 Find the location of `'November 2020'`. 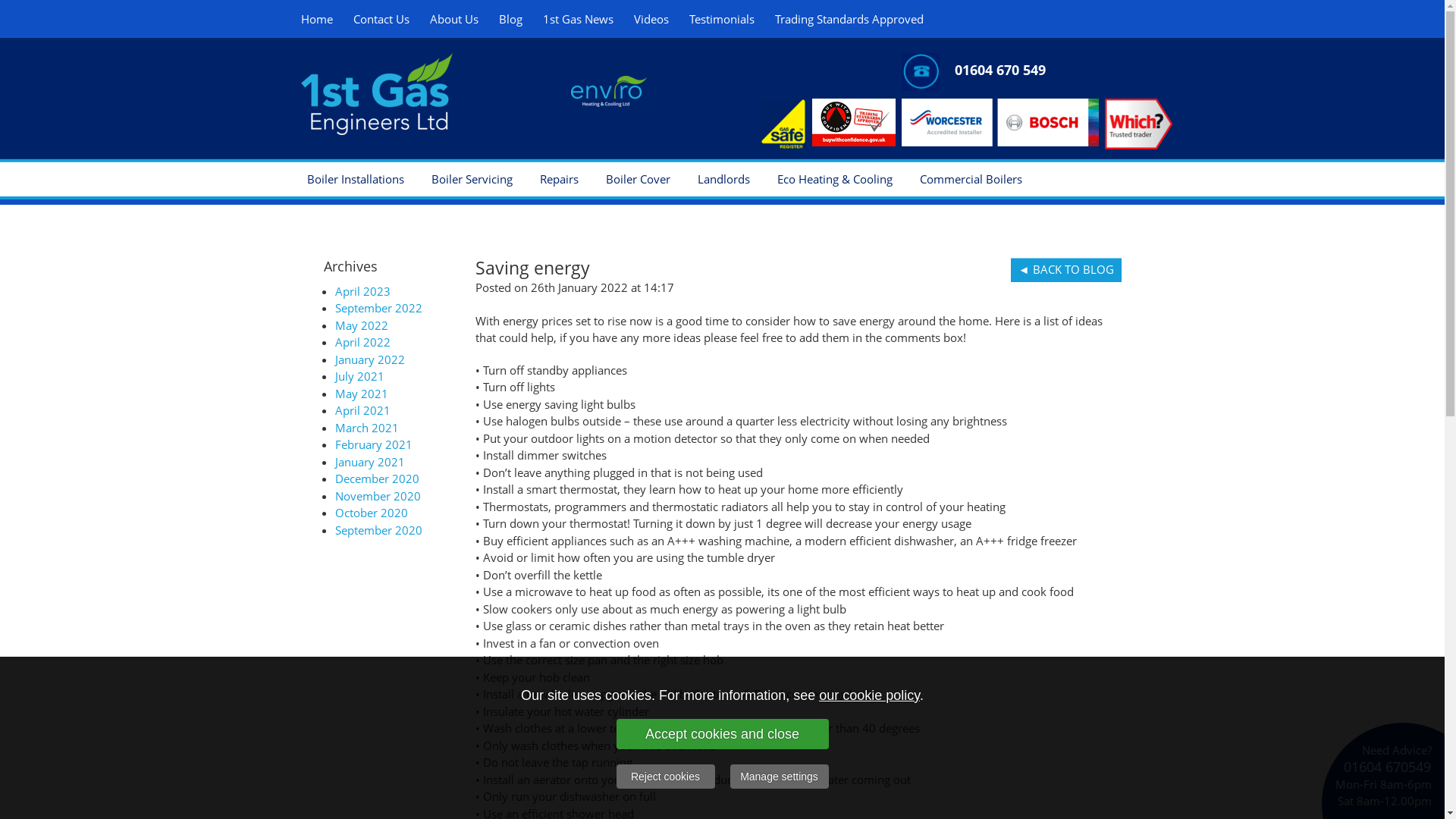

'November 2020' is located at coordinates (378, 496).